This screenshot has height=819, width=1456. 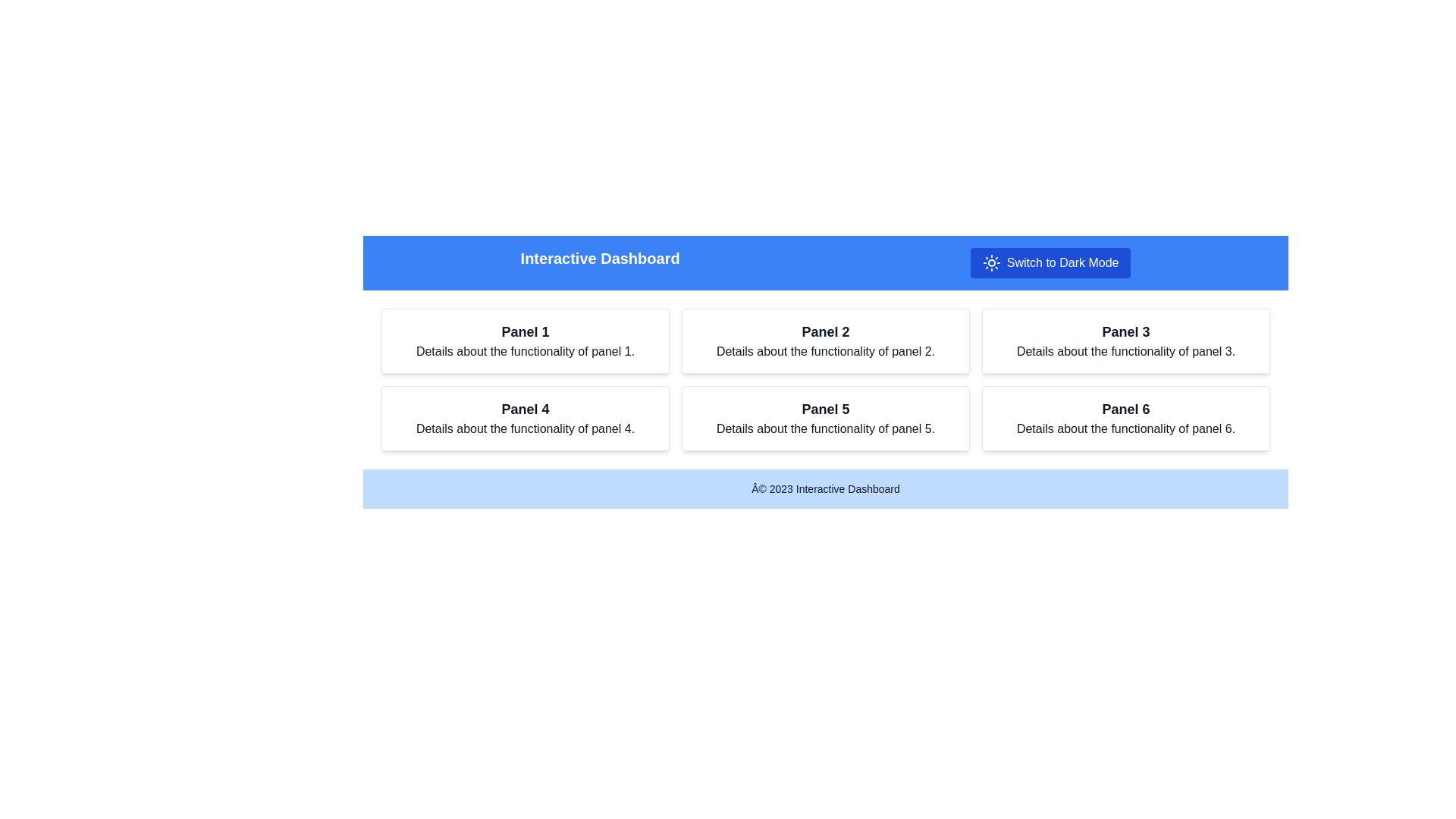 I want to click on the Informational panel titled 'Panel 3', which is a rectangular panel with a white background and rounded corners, located in the first row and third from the left in a grid of six panels, so click(x=1125, y=341).